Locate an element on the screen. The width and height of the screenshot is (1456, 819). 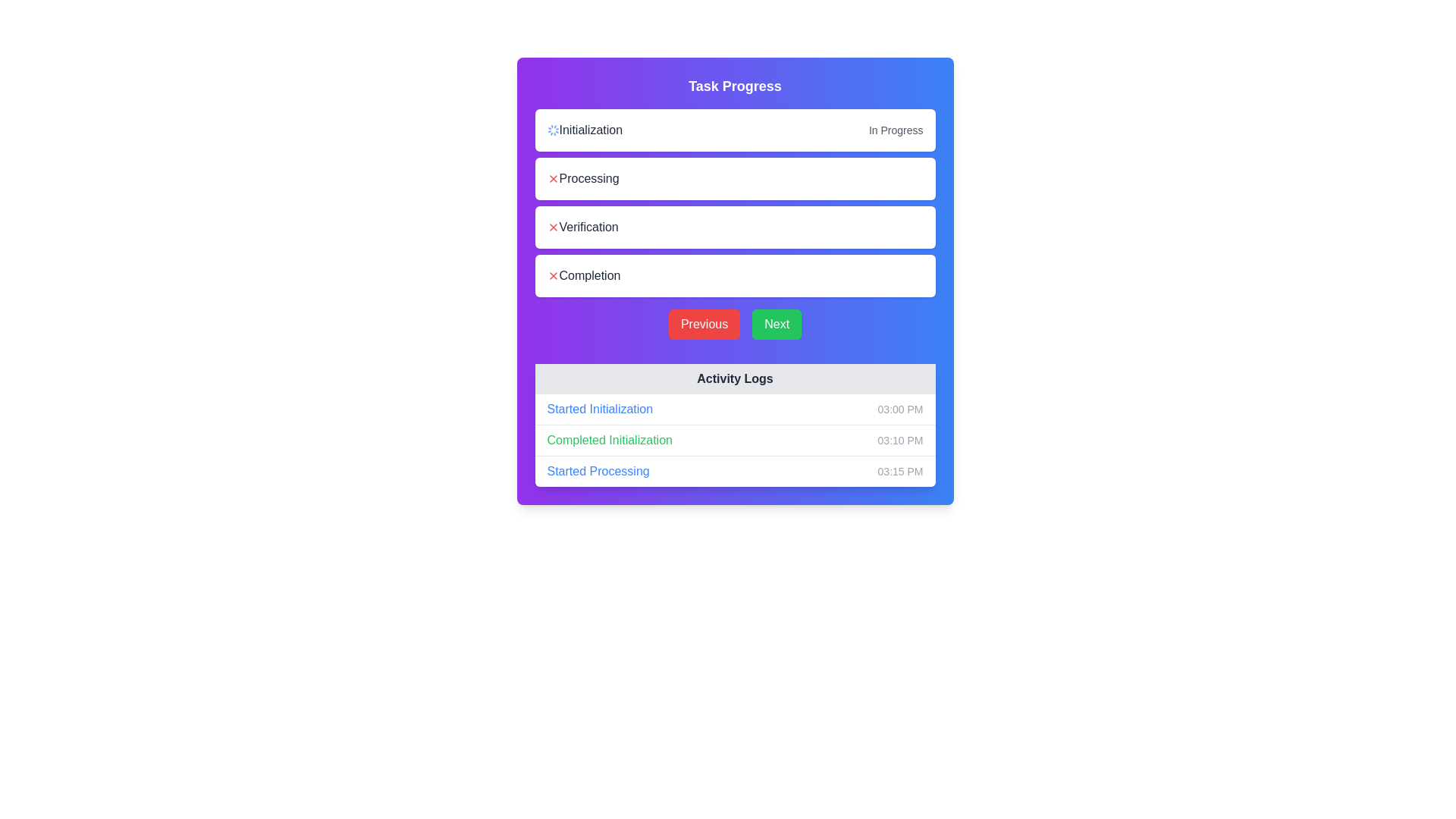
the Loading spinner icon located next to the 'Initialization' label in the 'Task Progress' section to indicate ongoing activity is located at coordinates (552, 130).